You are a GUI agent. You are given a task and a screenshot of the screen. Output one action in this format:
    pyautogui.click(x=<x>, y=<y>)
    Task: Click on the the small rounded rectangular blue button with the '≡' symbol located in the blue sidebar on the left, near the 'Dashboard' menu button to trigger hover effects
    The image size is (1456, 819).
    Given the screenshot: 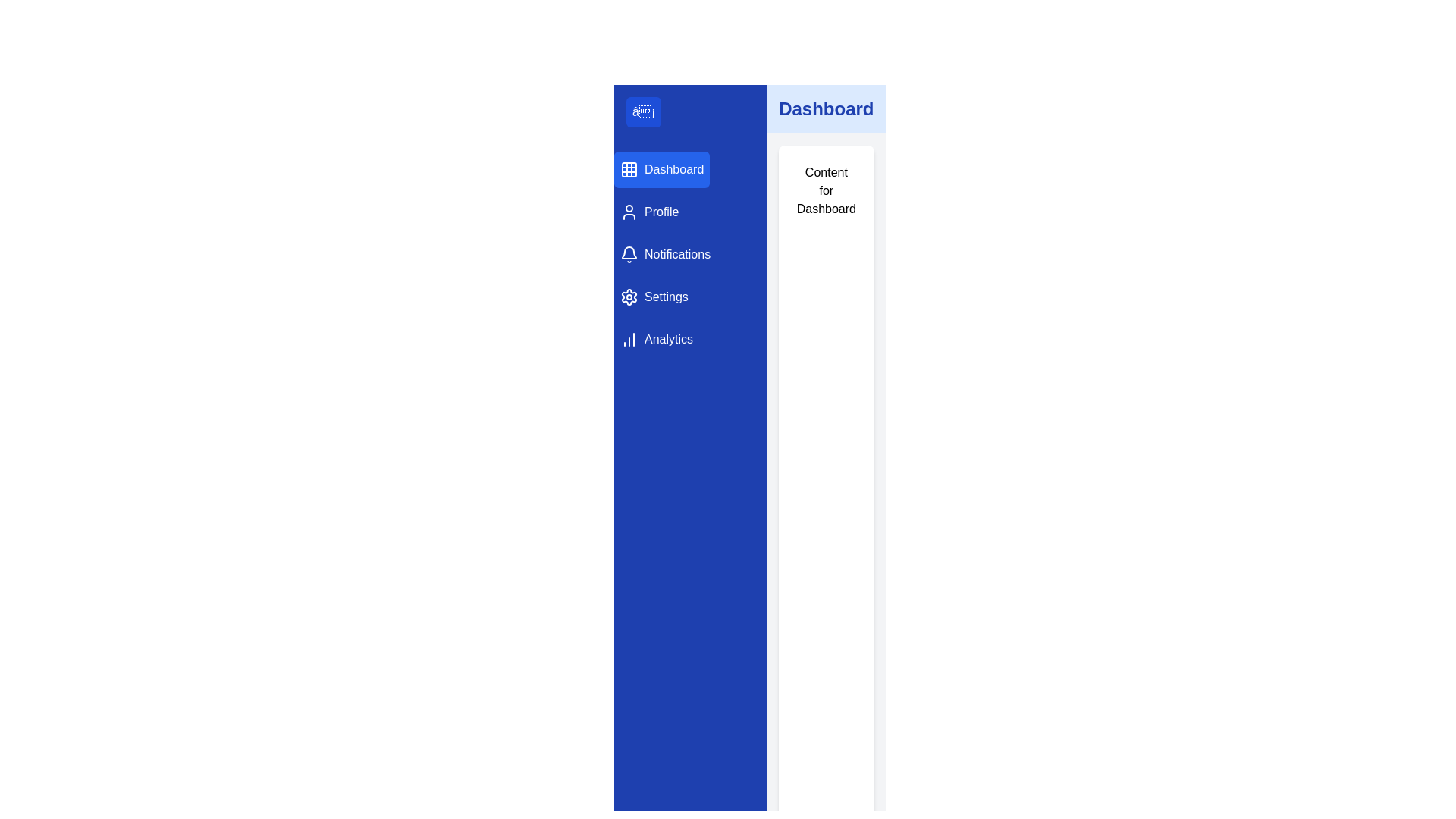 What is the action you would take?
    pyautogui.click(x=644, y=111)
    